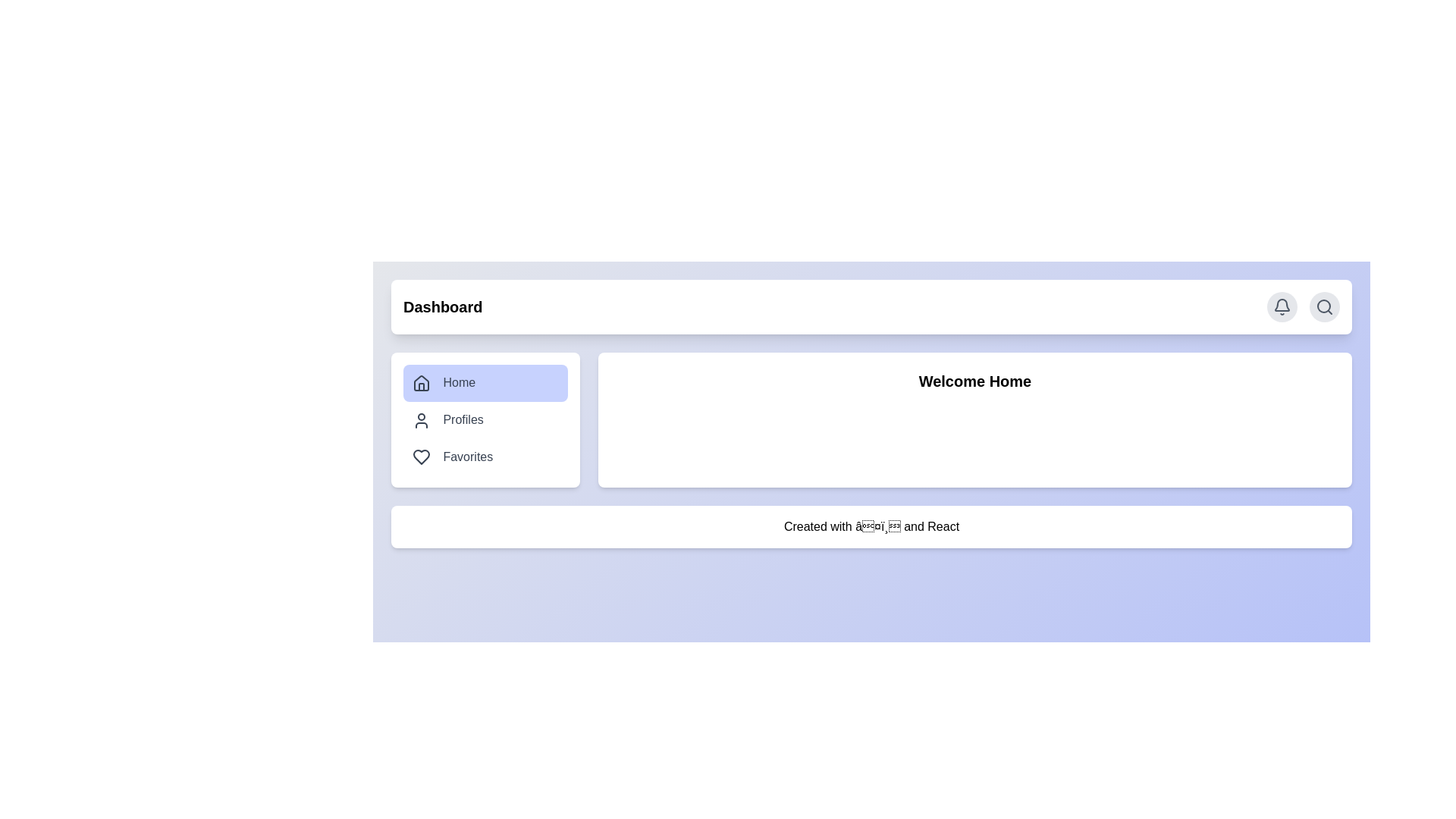 The height and width of the screenshot is (819, 1456). What do you see at coordinates (1323, 306) in the screenshot?
I see `the central circular component of the magnifying glass icon located in the top-right corner of the interface` at bounding box center [1323, 306].